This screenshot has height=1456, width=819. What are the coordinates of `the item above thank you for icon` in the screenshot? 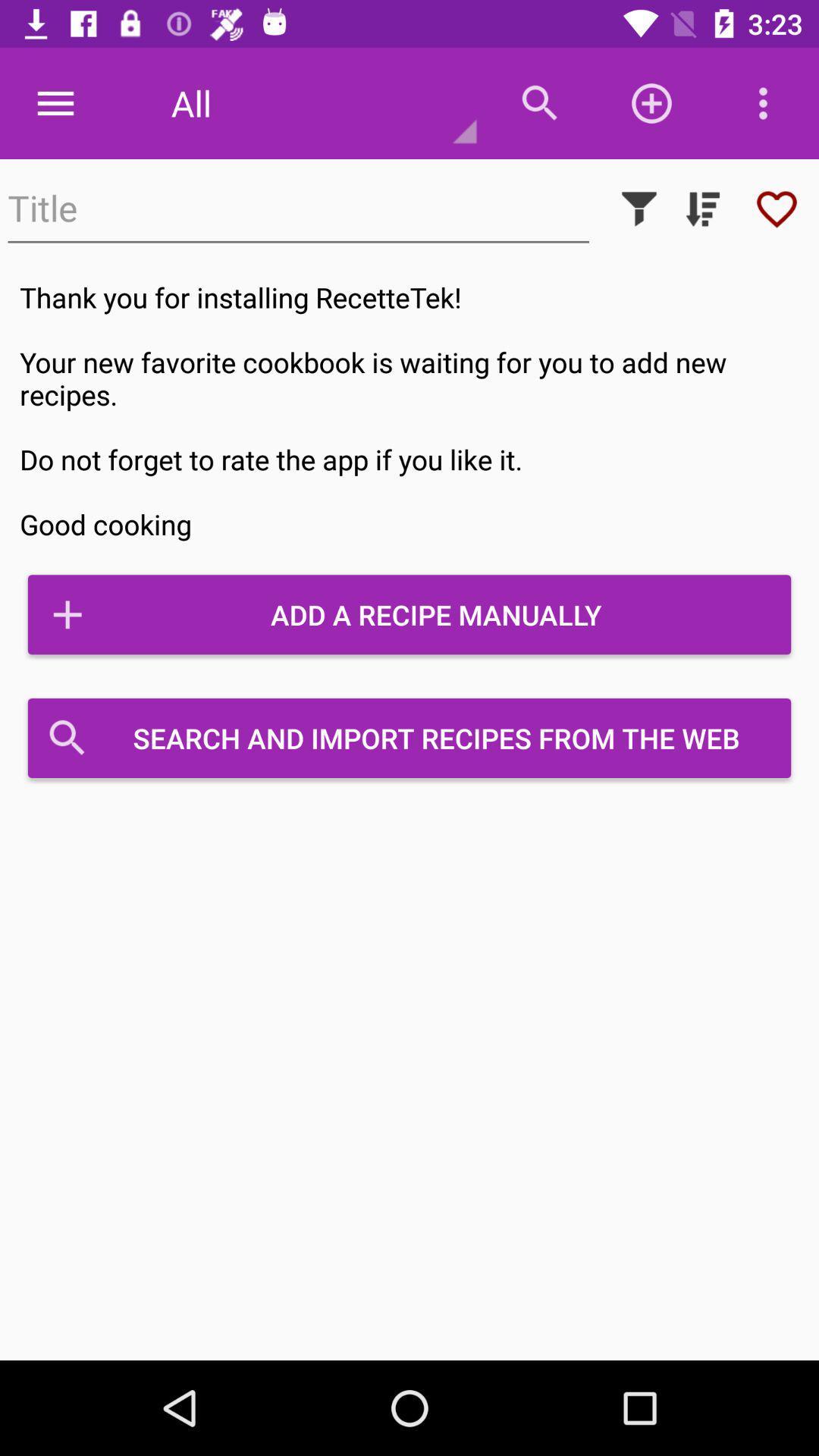 It's located at (639, 208).